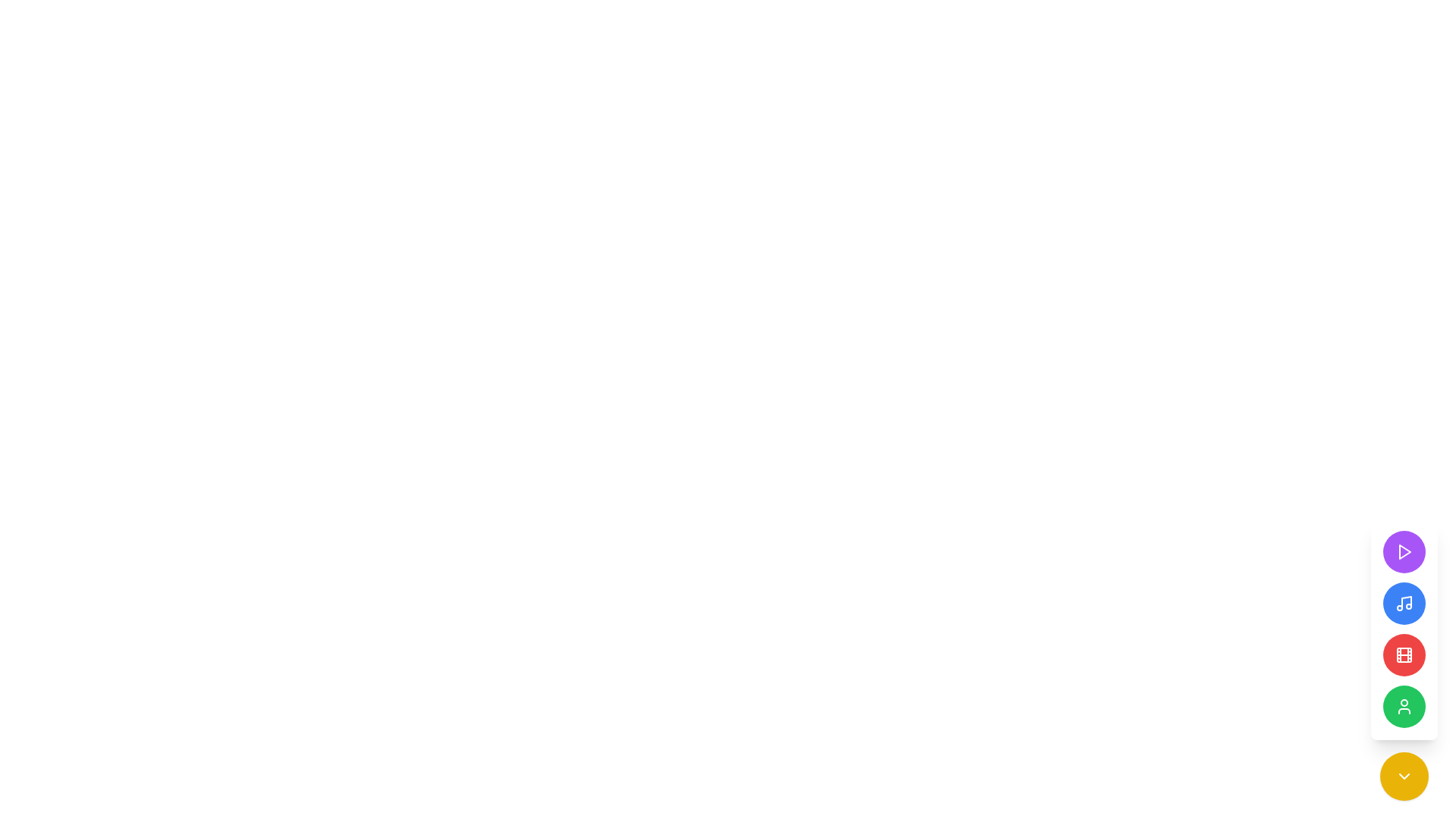 This screenshot has height=819, width=1456. I want to click on the circular red button with a white-bordered film strip icon, located below the blue musical note button and above the green user profile button, so click(1404, 654).